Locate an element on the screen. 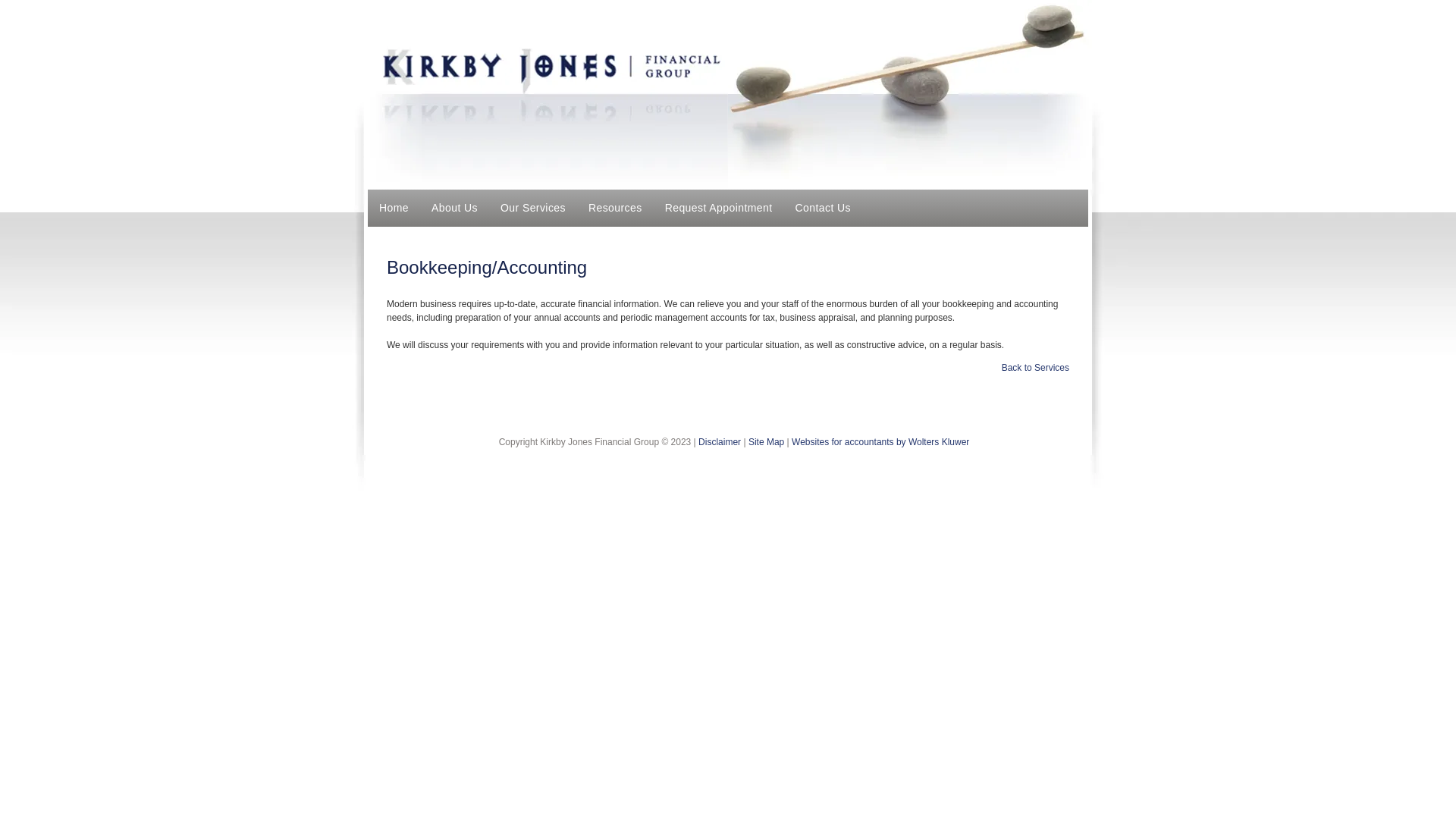 This screenshot has height=819, width=1456. 'Resources' is located at coordinates (615, 208).